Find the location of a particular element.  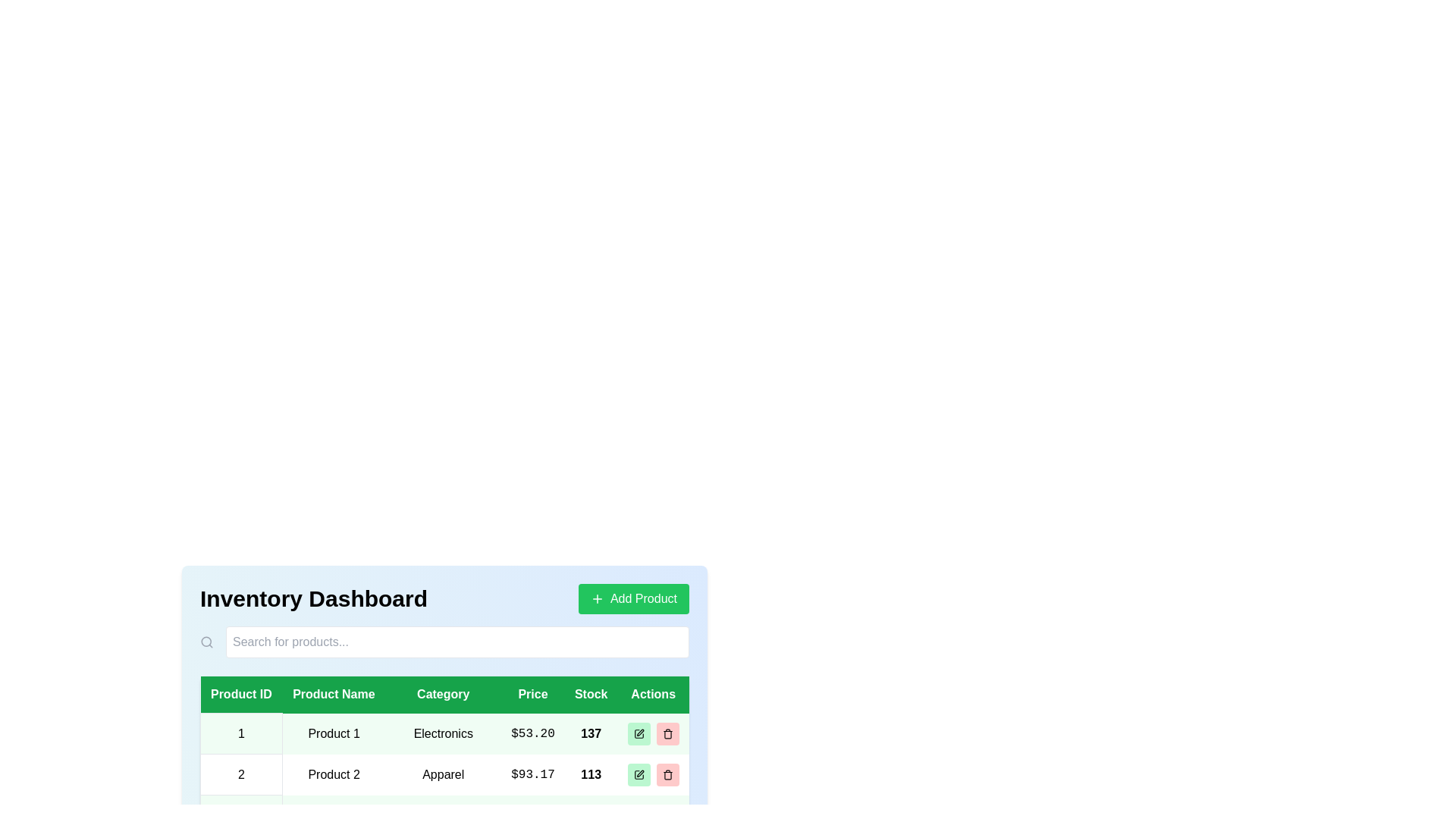

the background of the component to provide visual feedback is located at coordinates (378, 605).